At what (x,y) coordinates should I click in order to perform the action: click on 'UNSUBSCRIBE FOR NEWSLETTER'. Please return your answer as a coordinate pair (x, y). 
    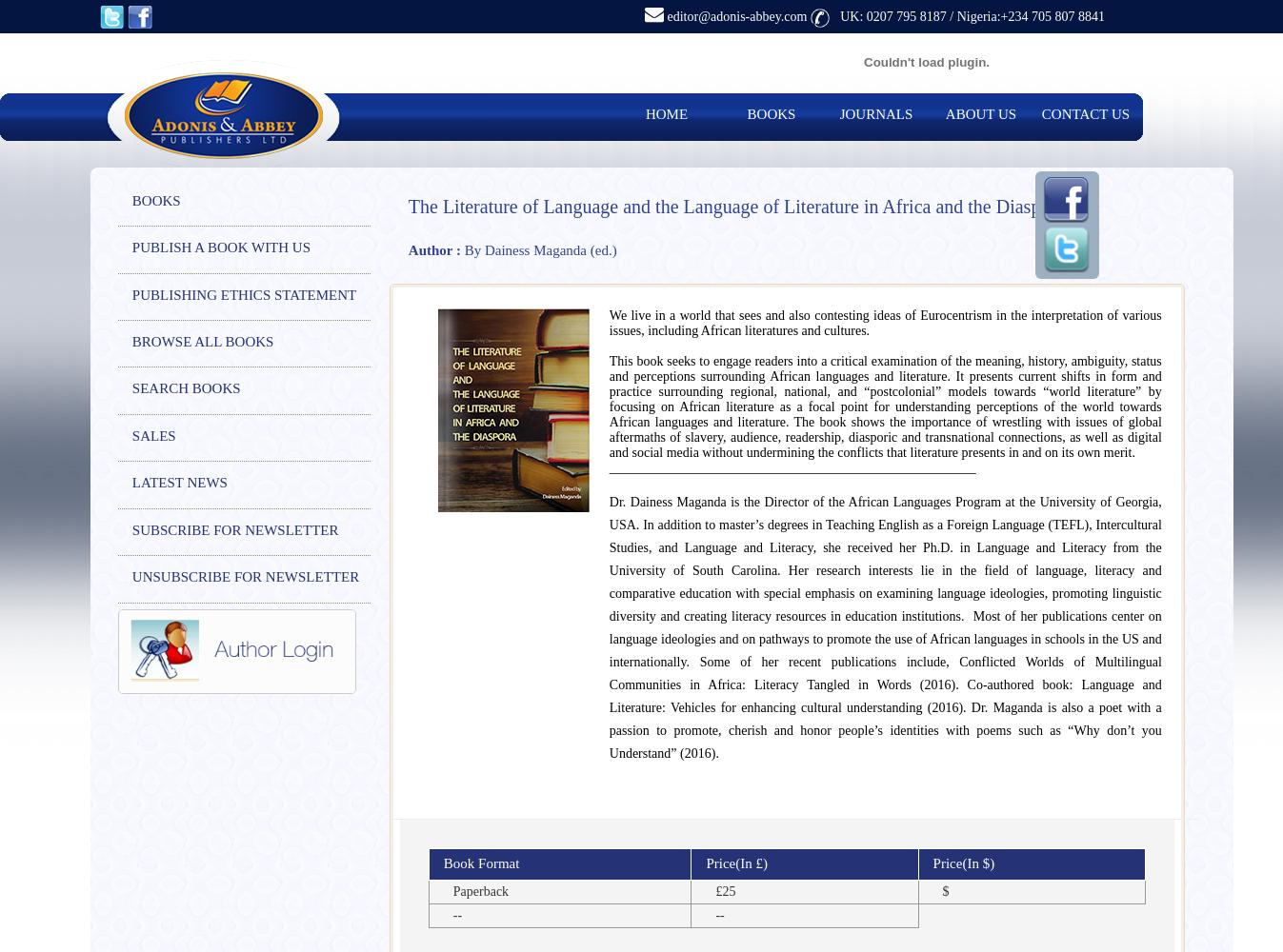
    Looking at the image, I should click on (245, 576).